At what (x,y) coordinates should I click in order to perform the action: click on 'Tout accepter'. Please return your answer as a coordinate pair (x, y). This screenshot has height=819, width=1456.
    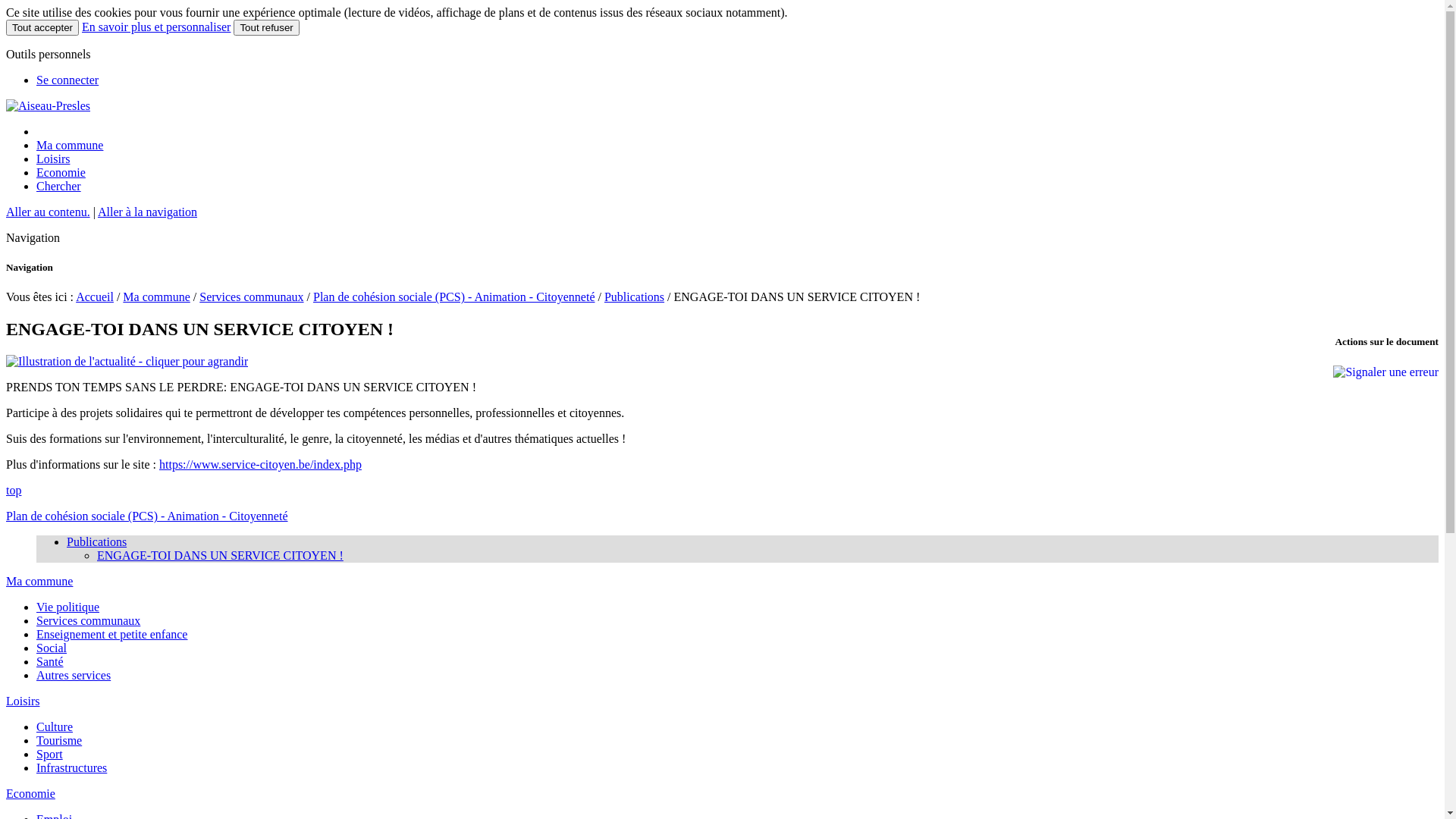
    Looking at the image, I should click on (42, 27).